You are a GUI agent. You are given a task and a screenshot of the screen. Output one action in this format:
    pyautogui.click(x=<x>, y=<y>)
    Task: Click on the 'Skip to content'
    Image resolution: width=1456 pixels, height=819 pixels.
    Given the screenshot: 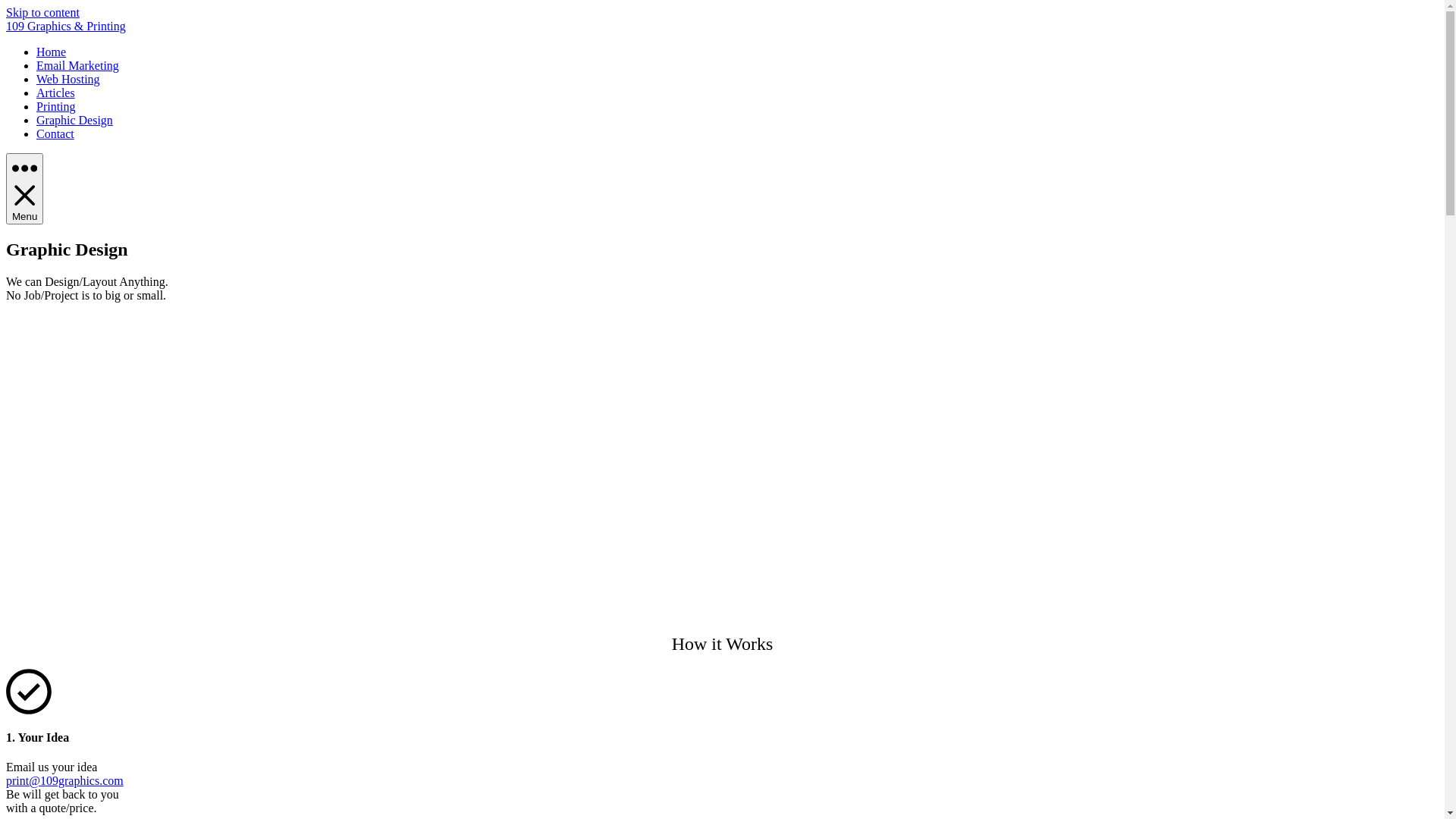 What is the action you would take?
    pyautogui.click(x=42, y=12)
    